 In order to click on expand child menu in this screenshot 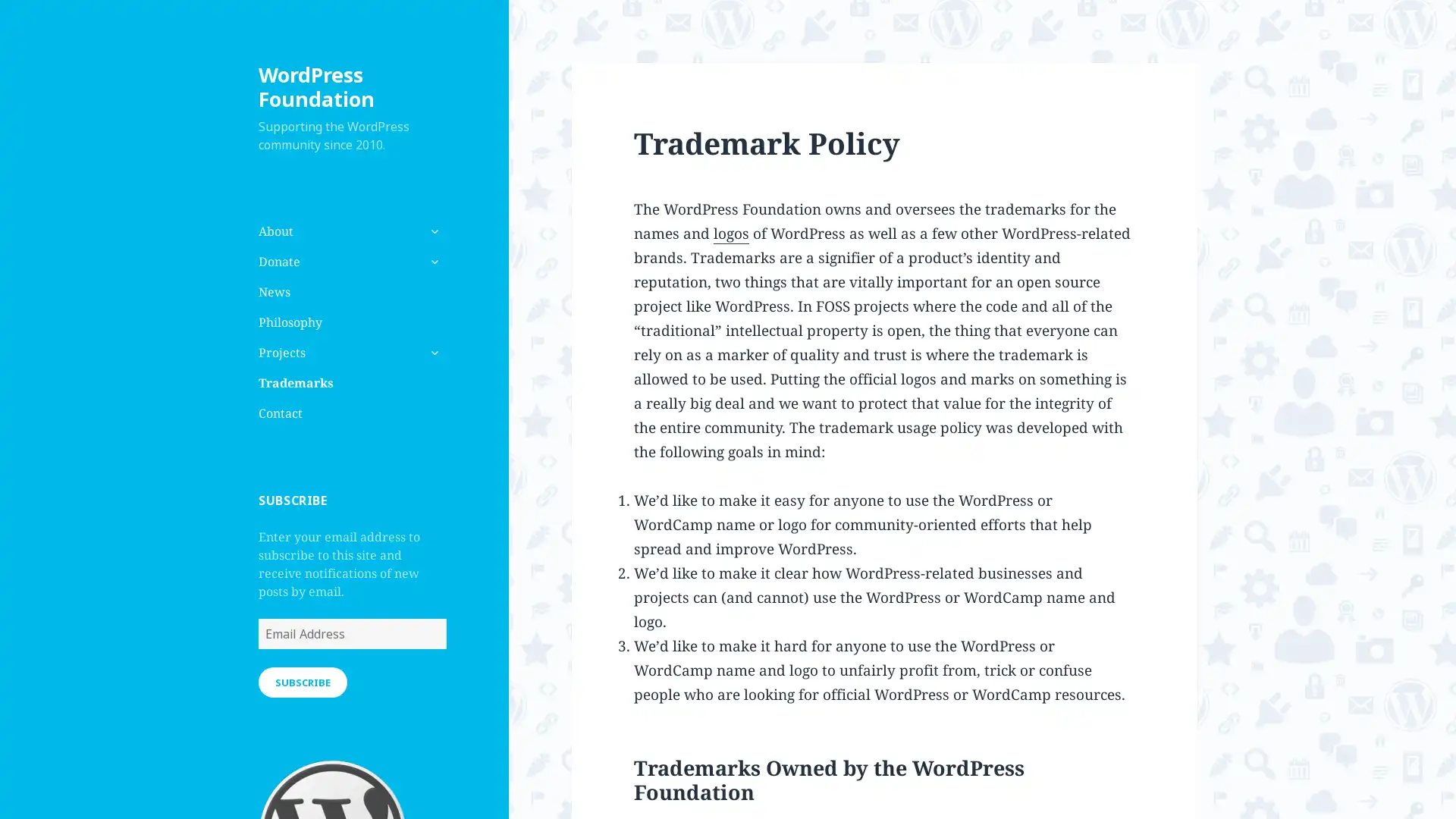, I will do `click(432, 260)`.